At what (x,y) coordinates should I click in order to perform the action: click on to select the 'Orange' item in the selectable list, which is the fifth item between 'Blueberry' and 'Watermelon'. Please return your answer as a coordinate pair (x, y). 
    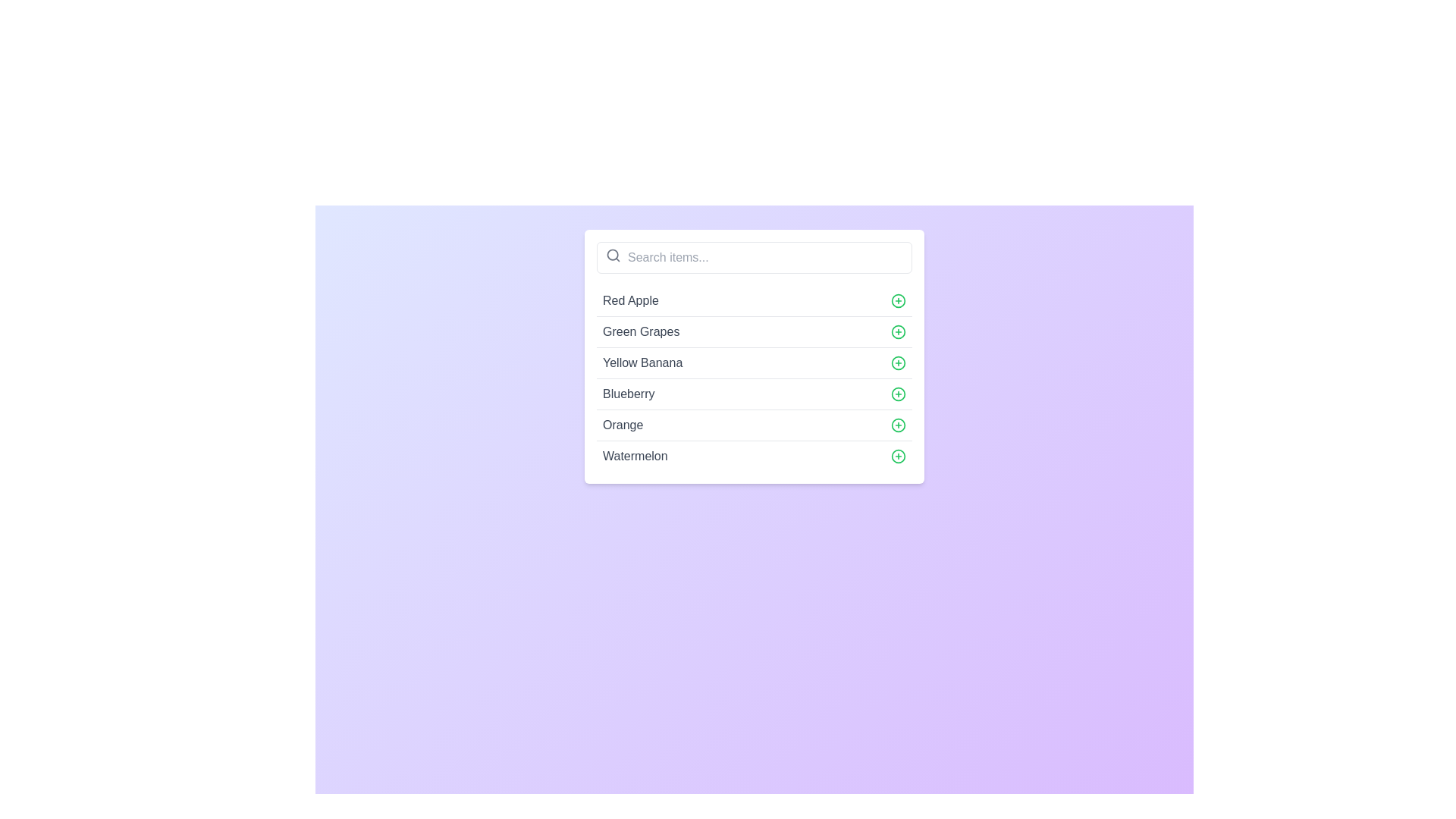
    Looking at the image, I should click on (754, 424).